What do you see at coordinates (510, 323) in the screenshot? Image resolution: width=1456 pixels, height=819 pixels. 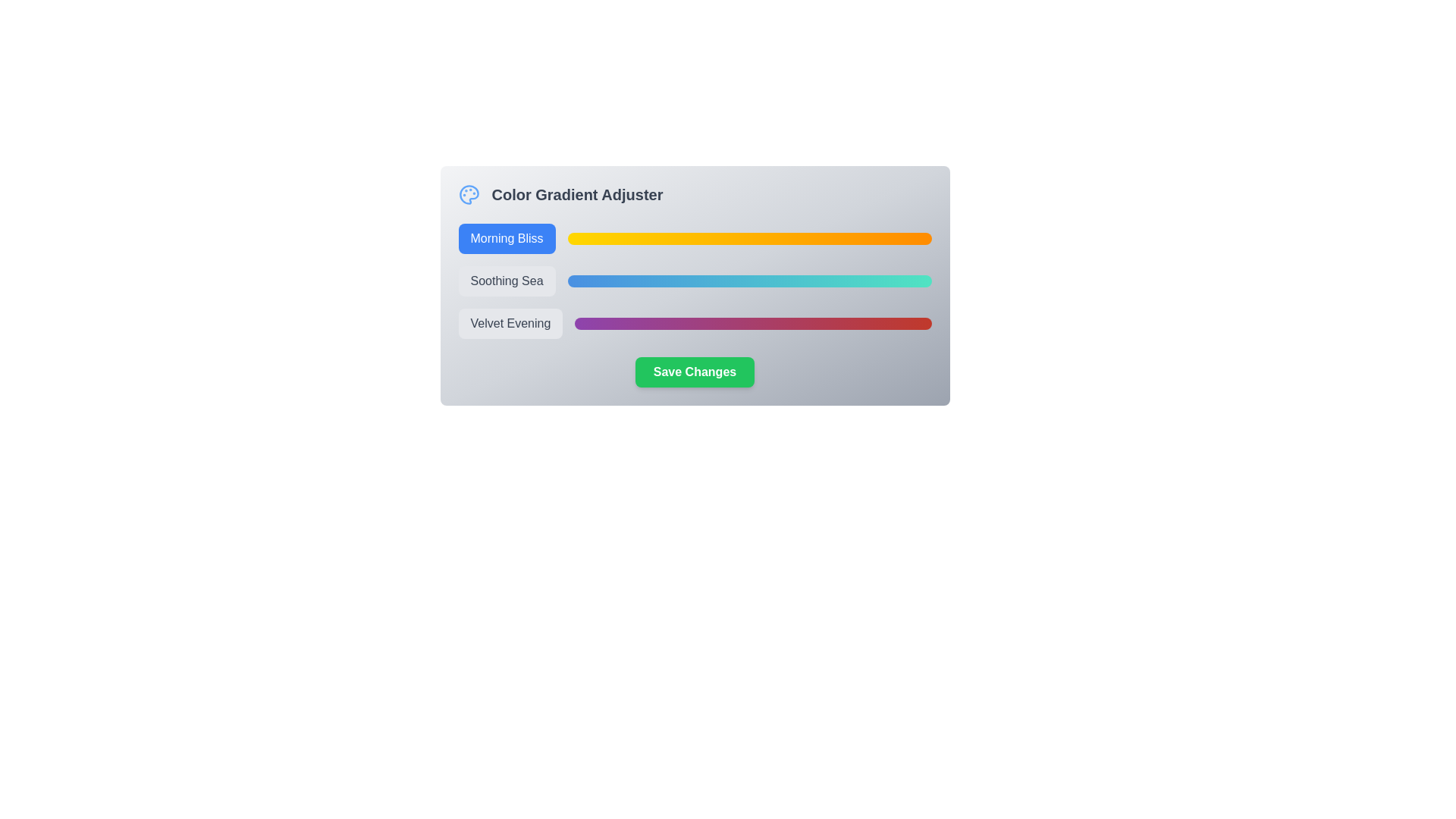 I see `the button corresponding to the gradient Velvet Evening` at bounding box center [510, 323].